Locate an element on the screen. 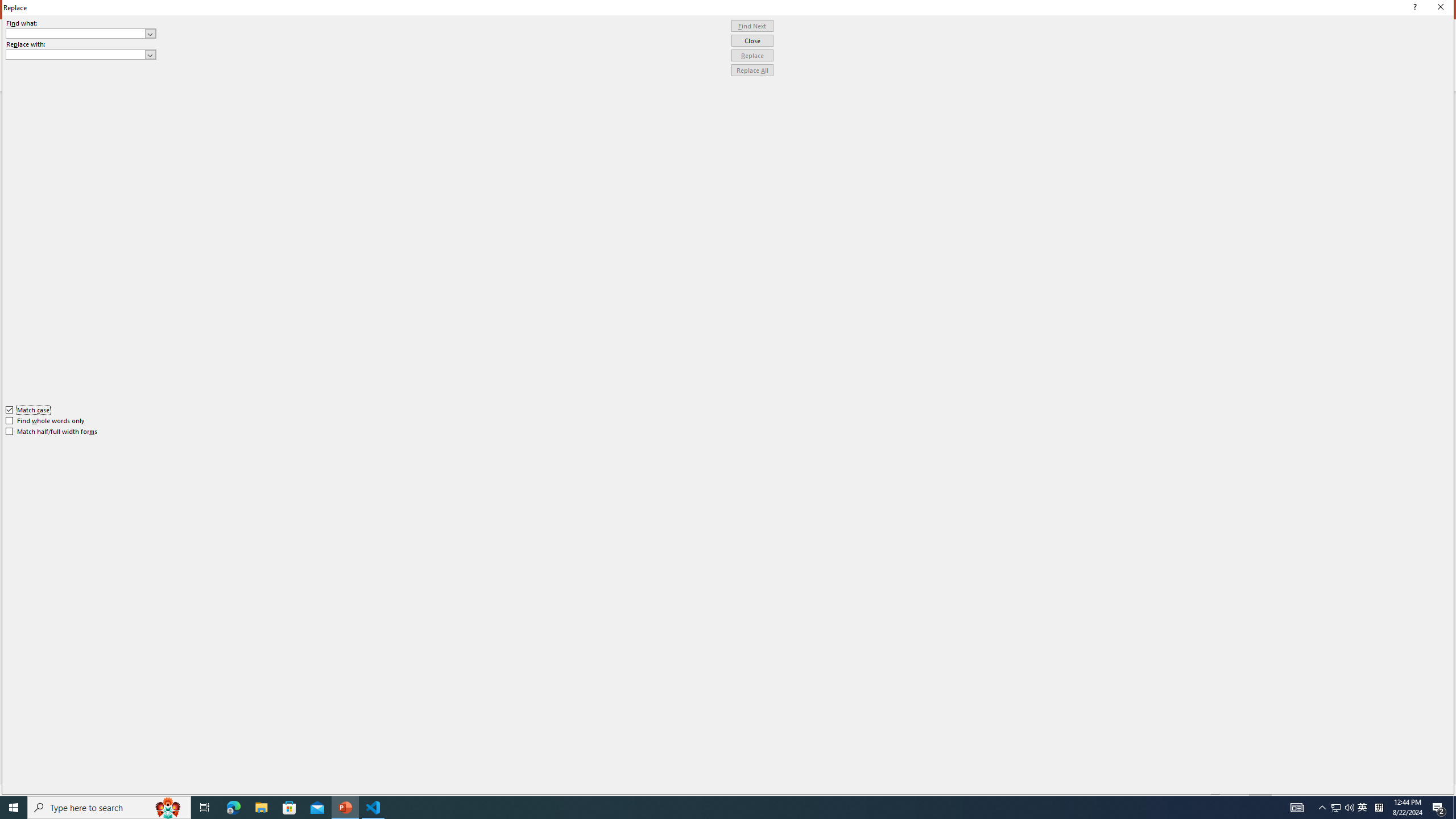 The image size is (1456, 819). 'Replace' is located at coordinates (752, 55).